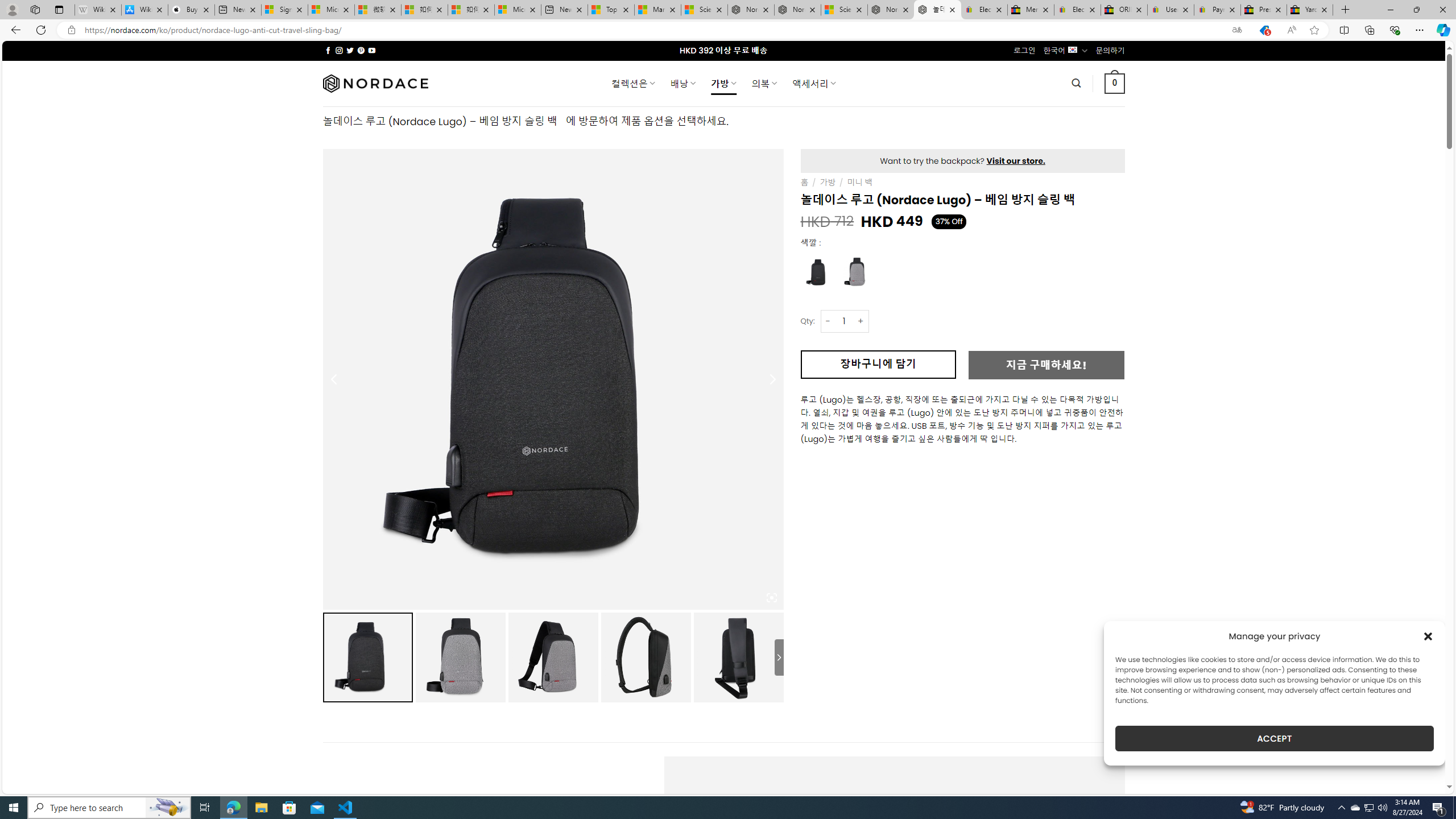 This screenshot has width=1456, height=819. Describe the element at coordinates (350, 50) in the screenshot. I see `'Follow on Twitter'` at that location.